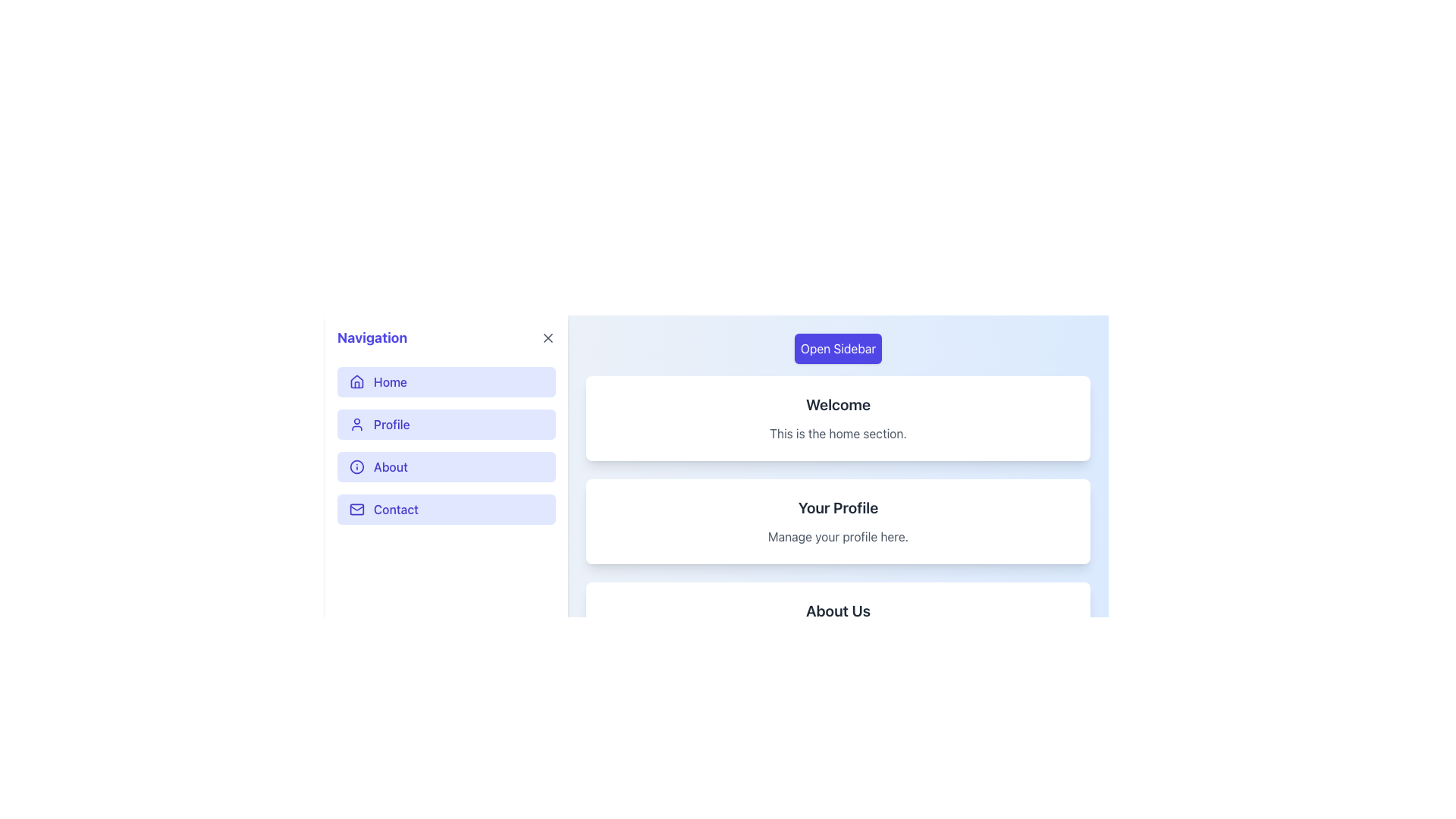 The width and height of the screenshot is (1456, 819). Describe the element at coordinates (391, 466) in the screenshot. I see `the 'About' text label, which is bold and part of a button group in the left navigation menu, positioned between 'Profile' and 'Contact'` at that location.